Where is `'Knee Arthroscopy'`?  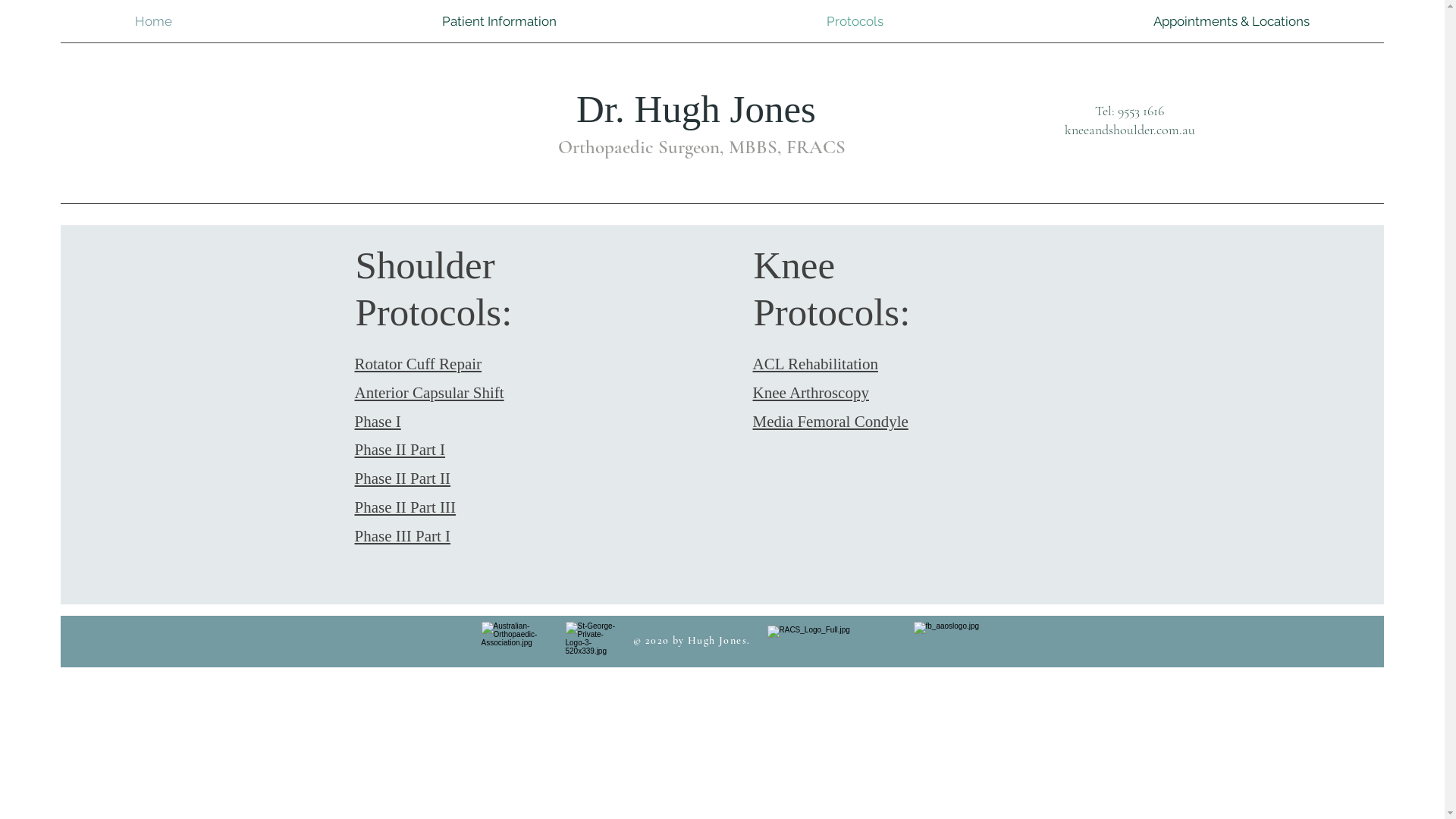
'Knee Arthroscopy' is located at coordinates (809, 391).